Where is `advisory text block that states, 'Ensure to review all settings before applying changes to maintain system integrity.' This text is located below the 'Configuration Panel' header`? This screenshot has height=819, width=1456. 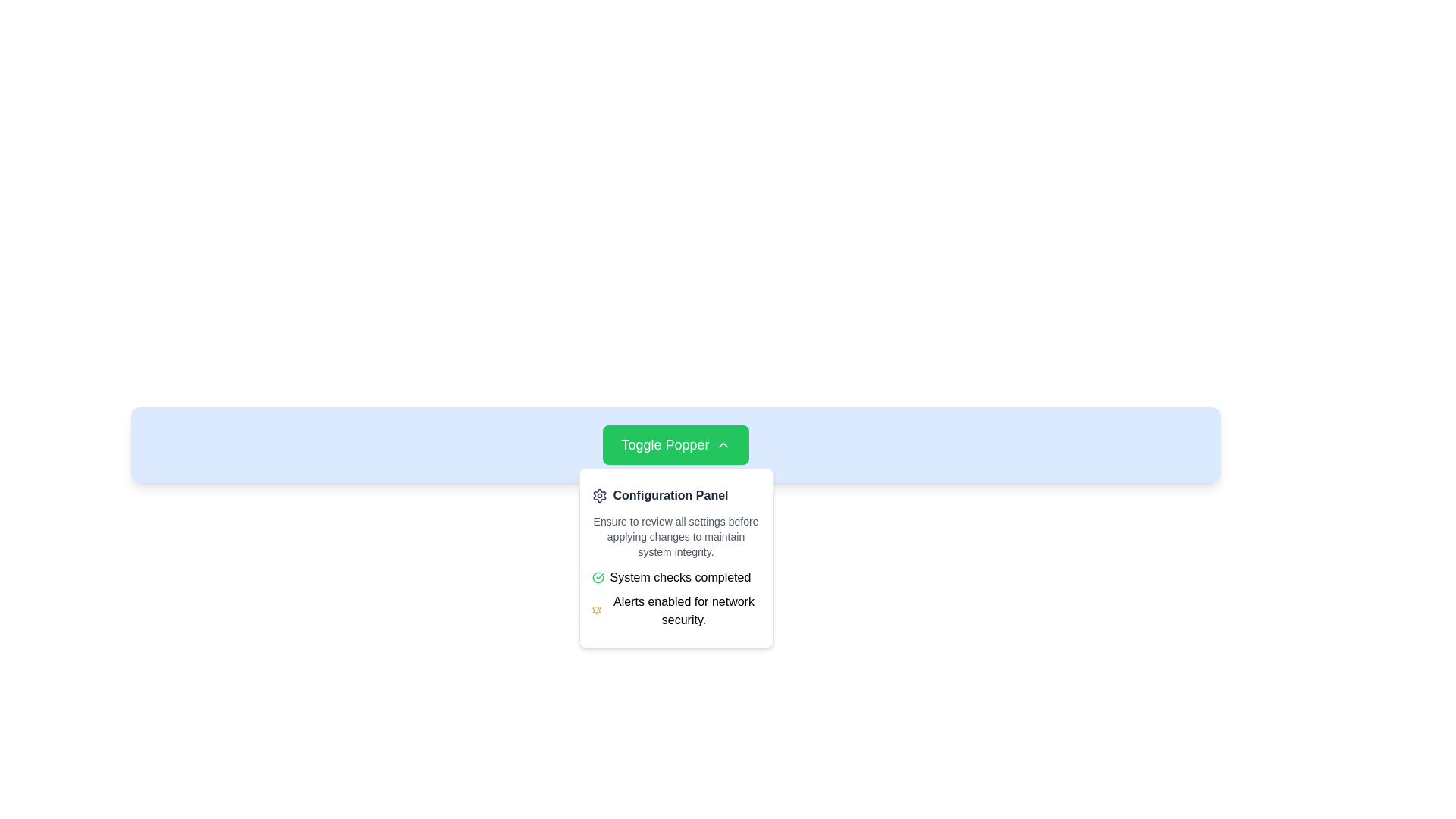
advisory text block that states, 'Ensure to review all settings before applying changes to maintain system integrity.' This text is located below the 'Configuration Panel' header is located at coordinates (675, 536).